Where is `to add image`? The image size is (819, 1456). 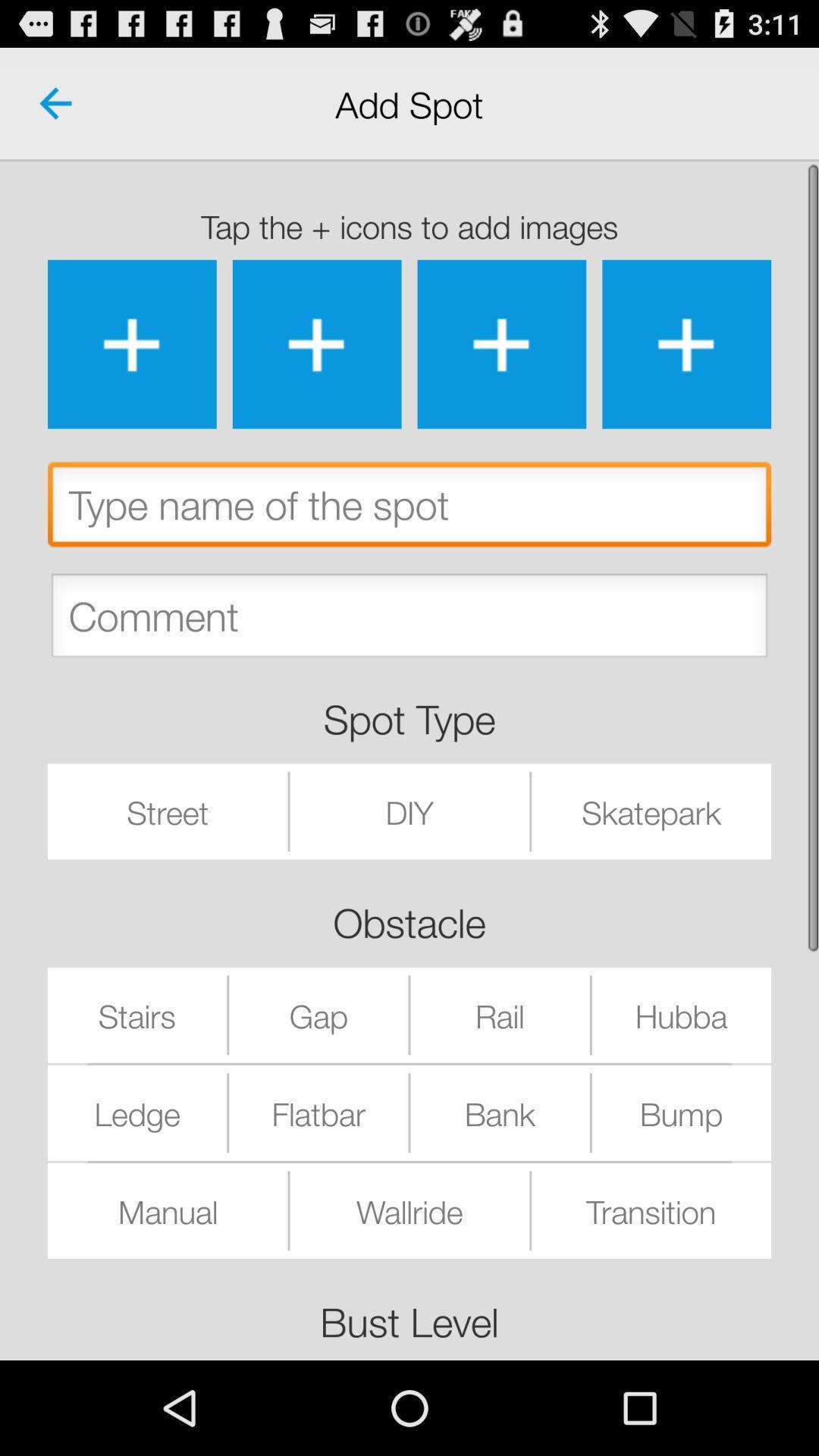 to add image is located at coordinates (501, 344).